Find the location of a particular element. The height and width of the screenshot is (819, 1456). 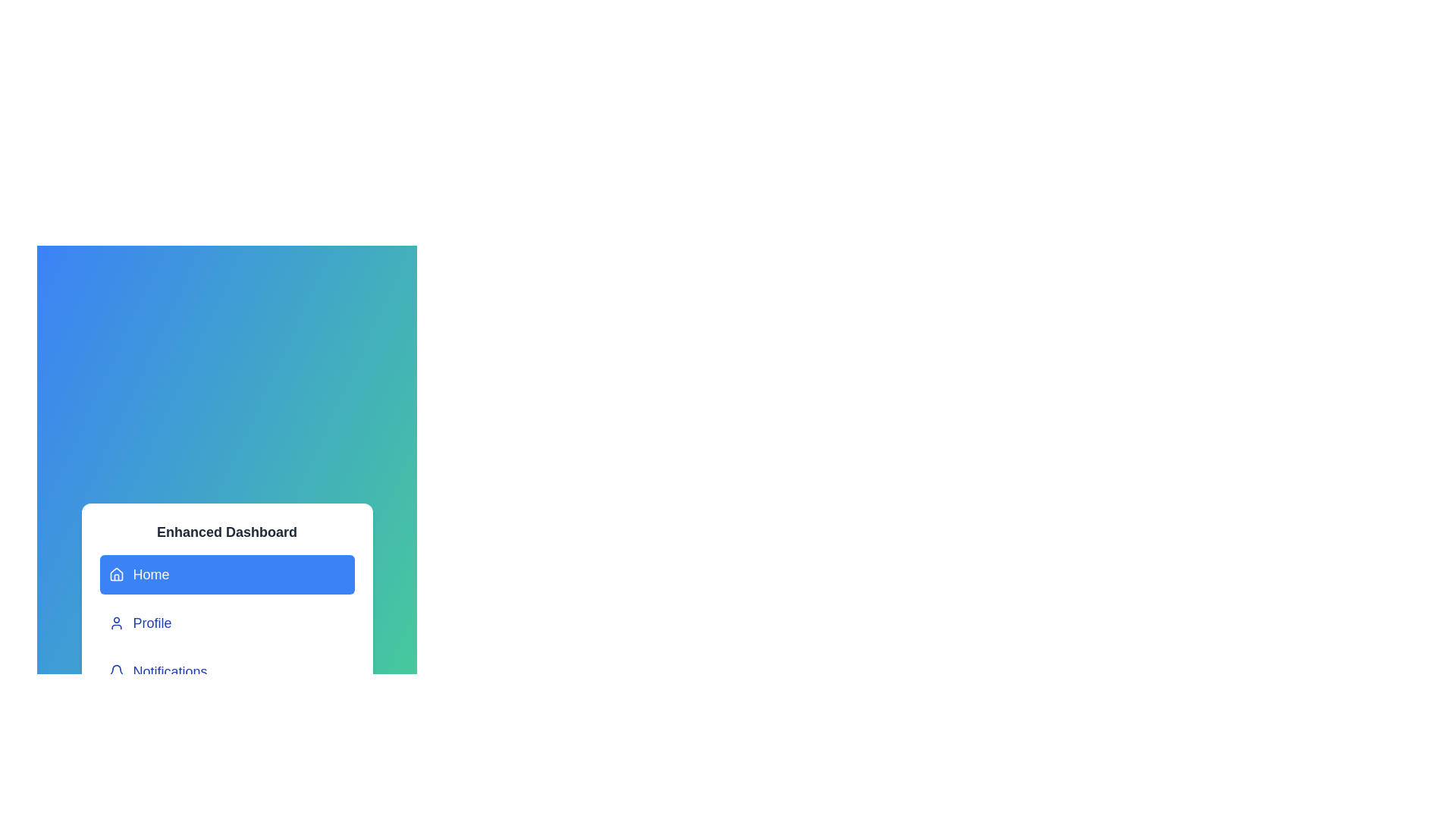

the menu item labeled Profile to navigate to it is located at coordinates (226, 623).